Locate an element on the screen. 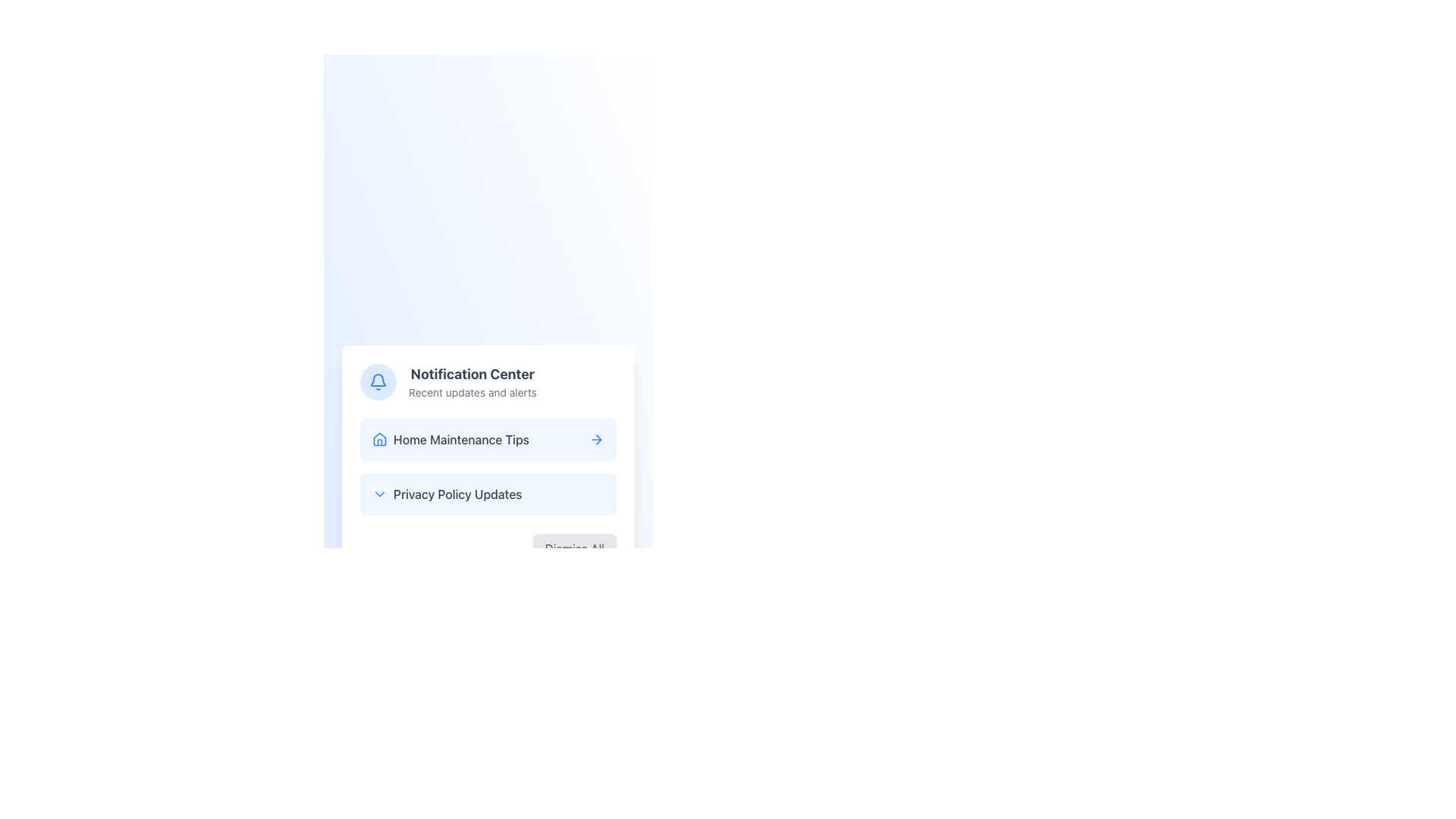  the 'Notification Center' text block which contains the title and subtitle, located is located at coordinates (472, 381).